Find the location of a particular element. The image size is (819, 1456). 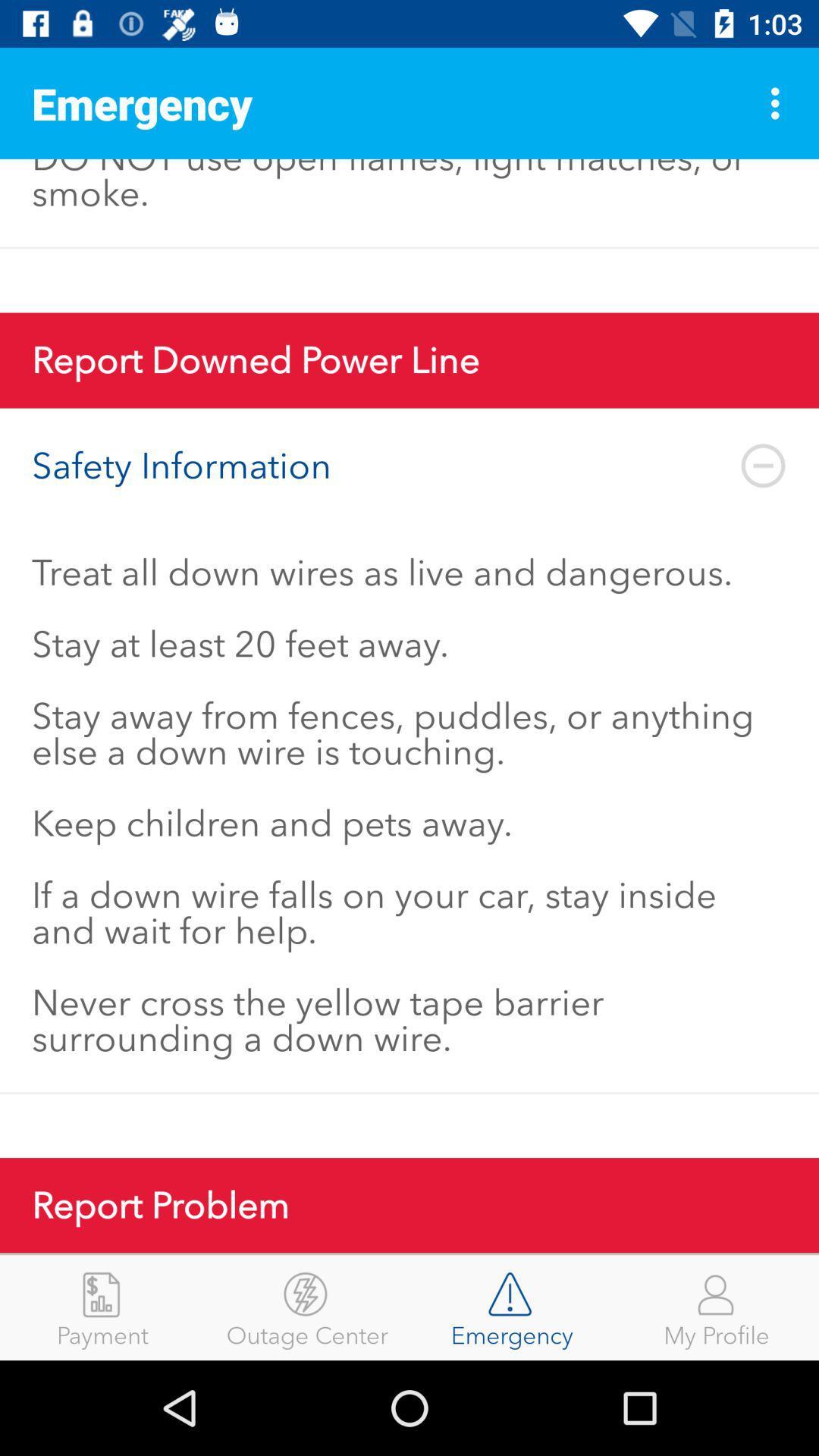

icon above treat all down is located at coordinates (409, 465).